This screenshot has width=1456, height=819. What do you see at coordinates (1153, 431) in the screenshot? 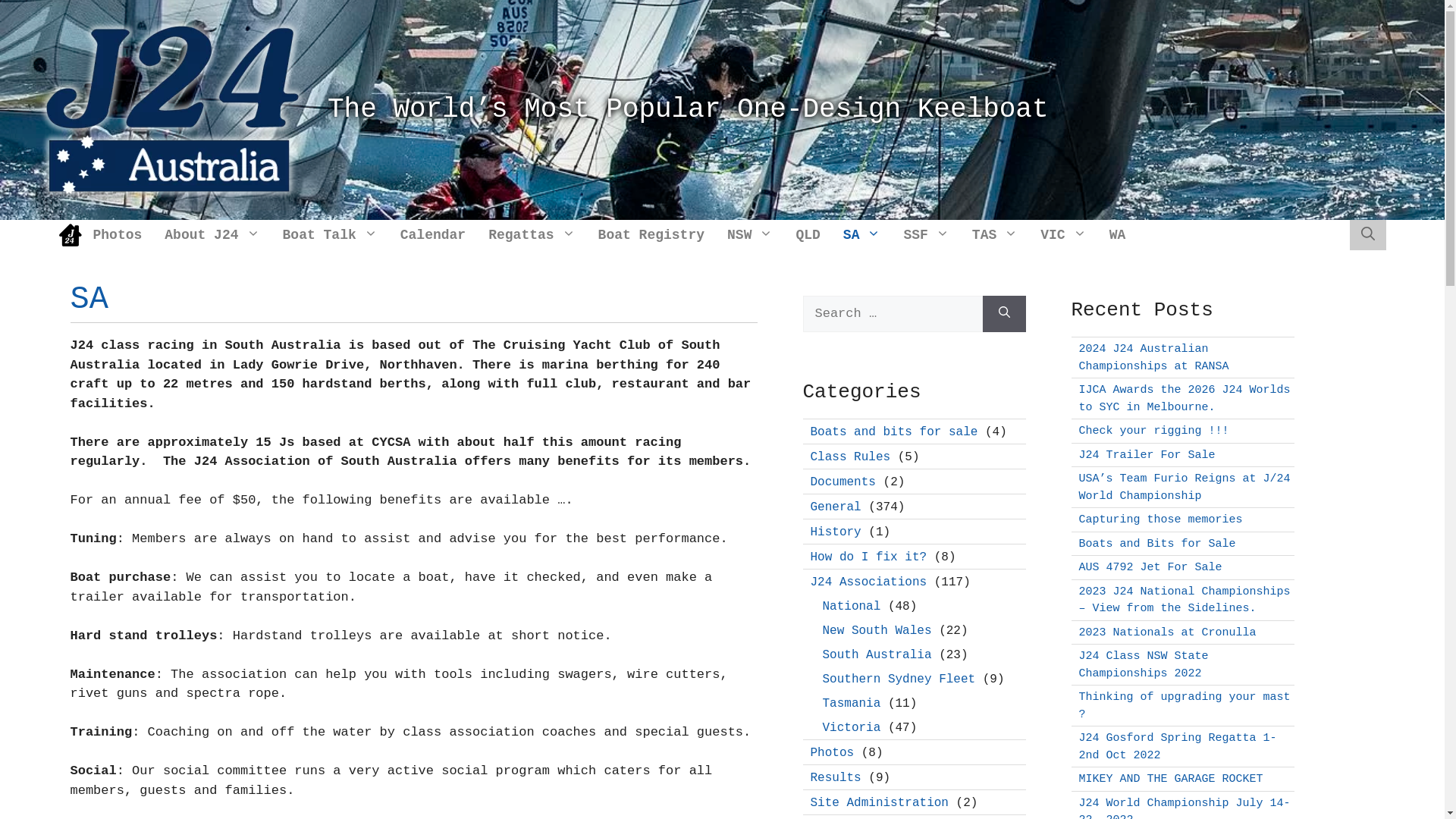
I see `'Check your rigging !!!'` at bounding box center [1153, 431].